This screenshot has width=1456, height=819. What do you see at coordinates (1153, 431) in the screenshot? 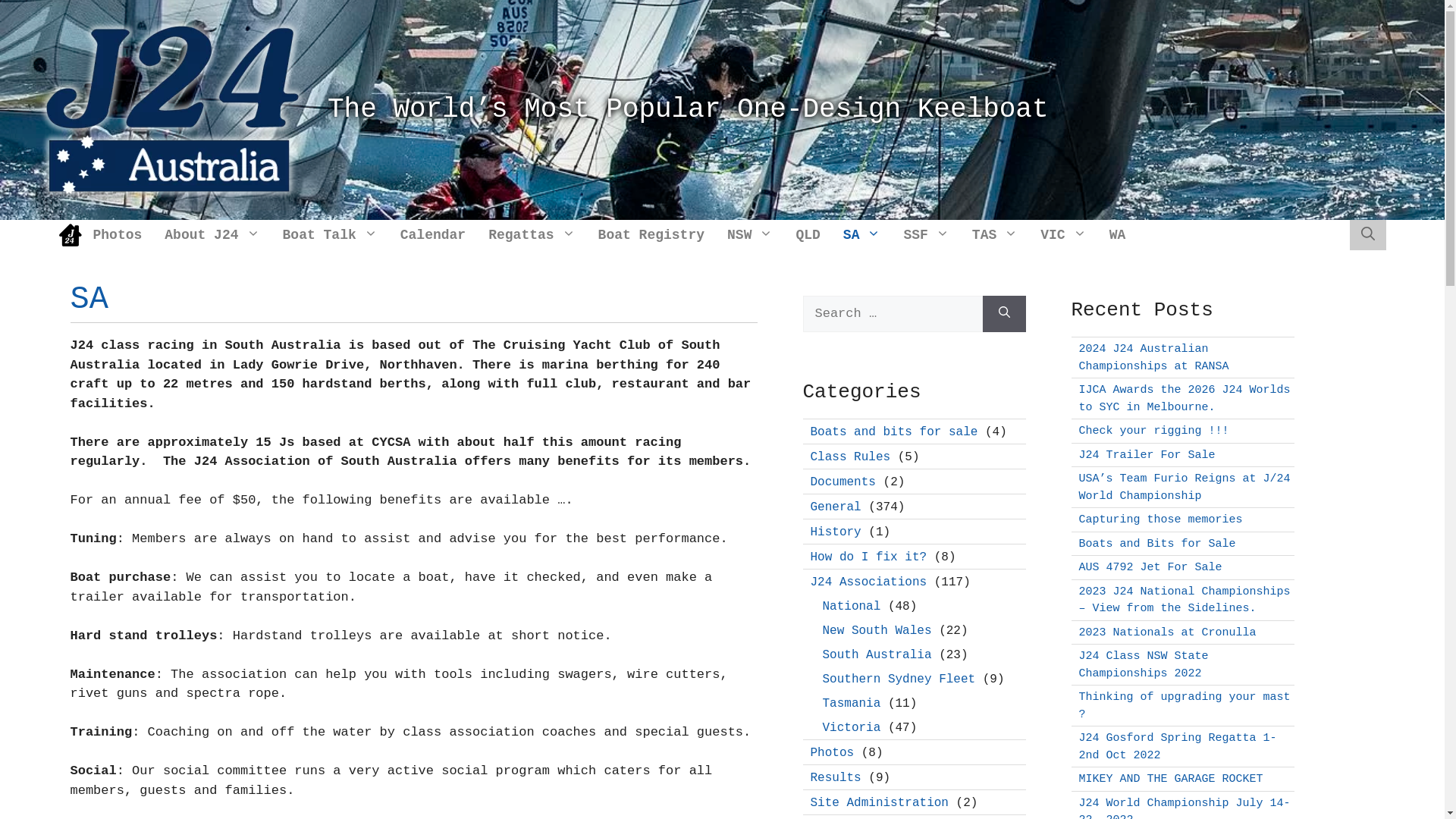
I see `'Check your rigging !!!'` at bounding box center [1153, 431].